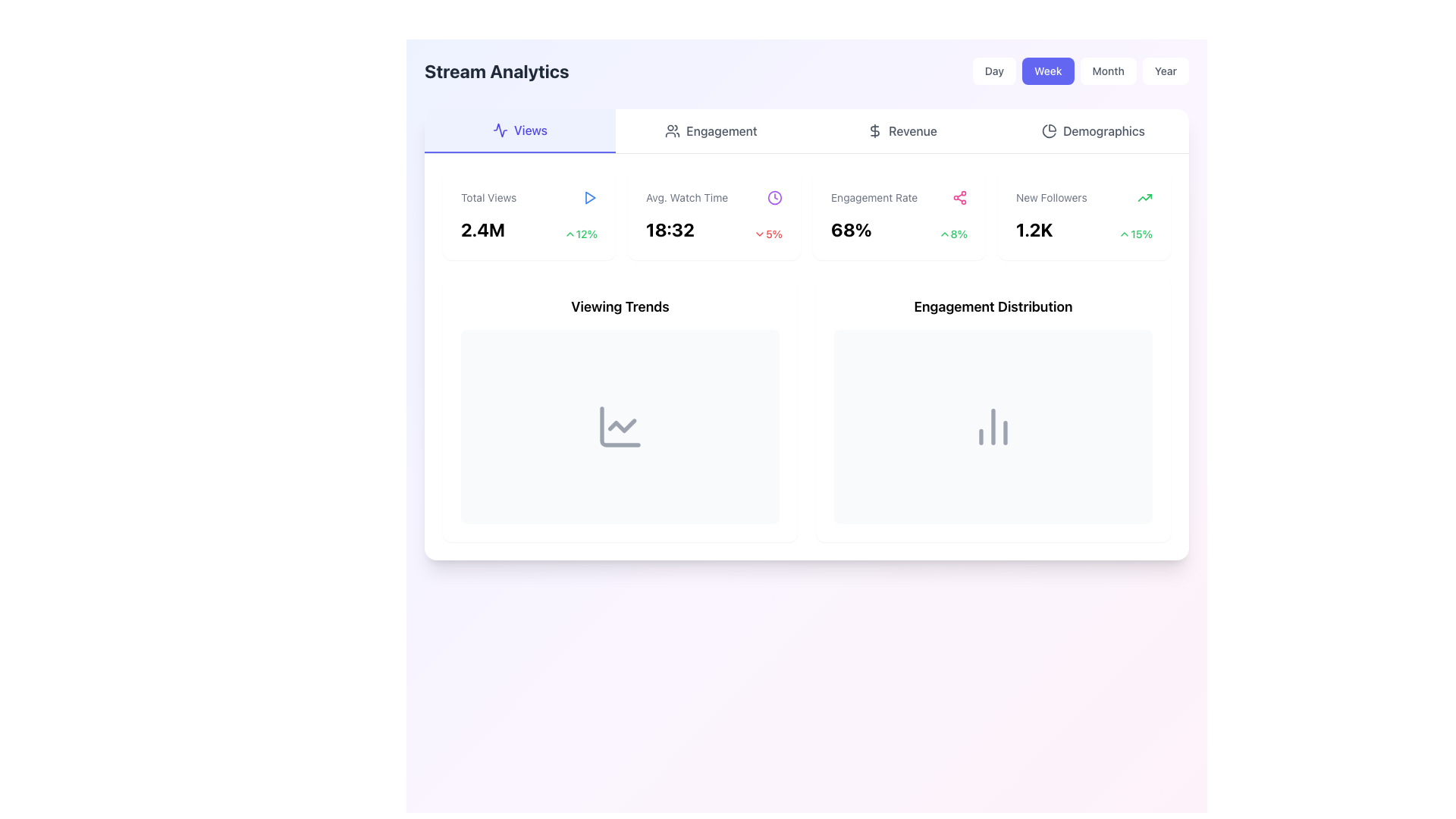  Describe the element at coordinates (1084, 197) in the screenshot. I see `text label 'New Followers' which is styled in gray font and positioned at the top-right section of the dashboard card` at that location.